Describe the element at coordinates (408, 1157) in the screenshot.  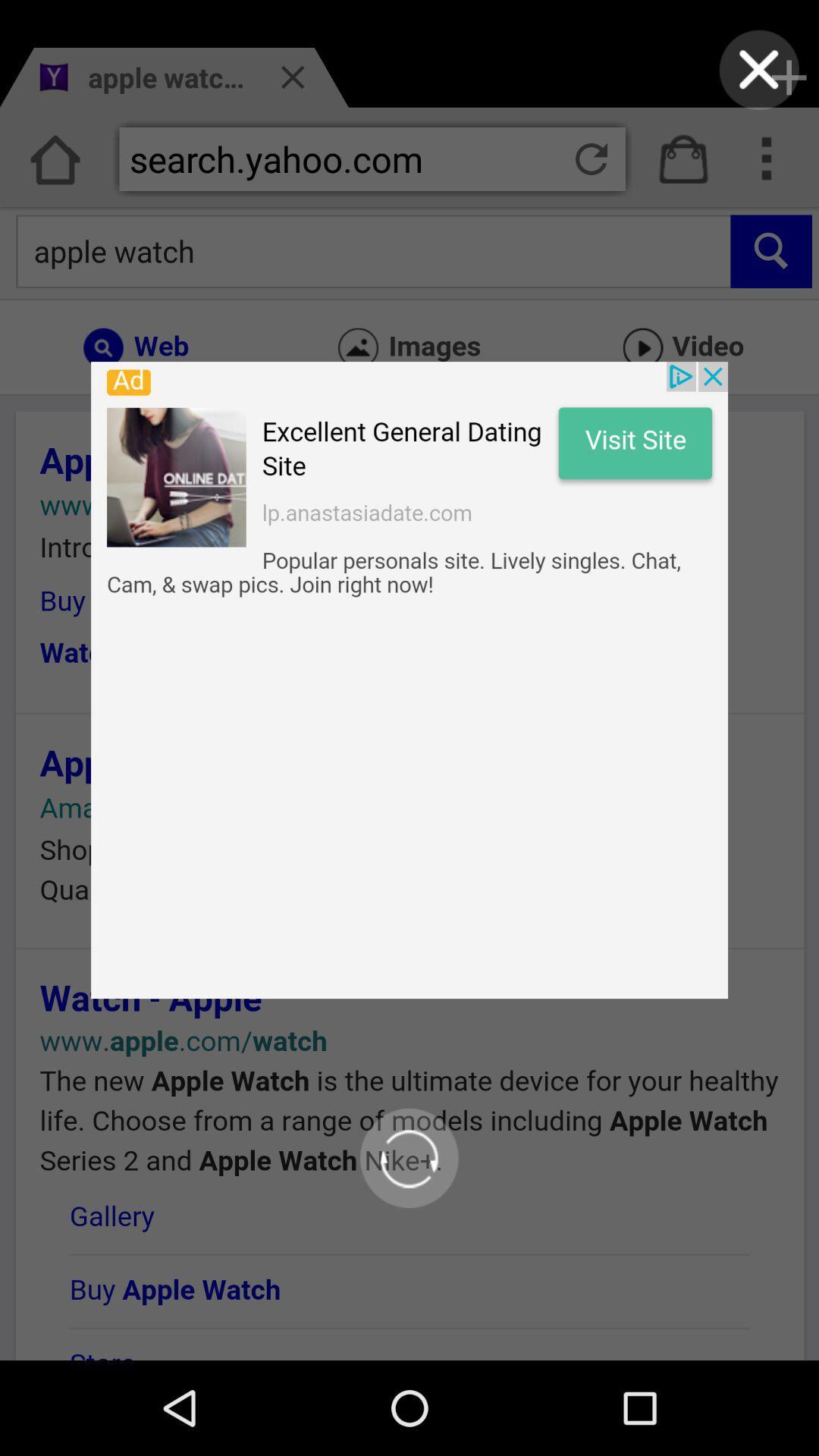
I see `refresh` at that location.